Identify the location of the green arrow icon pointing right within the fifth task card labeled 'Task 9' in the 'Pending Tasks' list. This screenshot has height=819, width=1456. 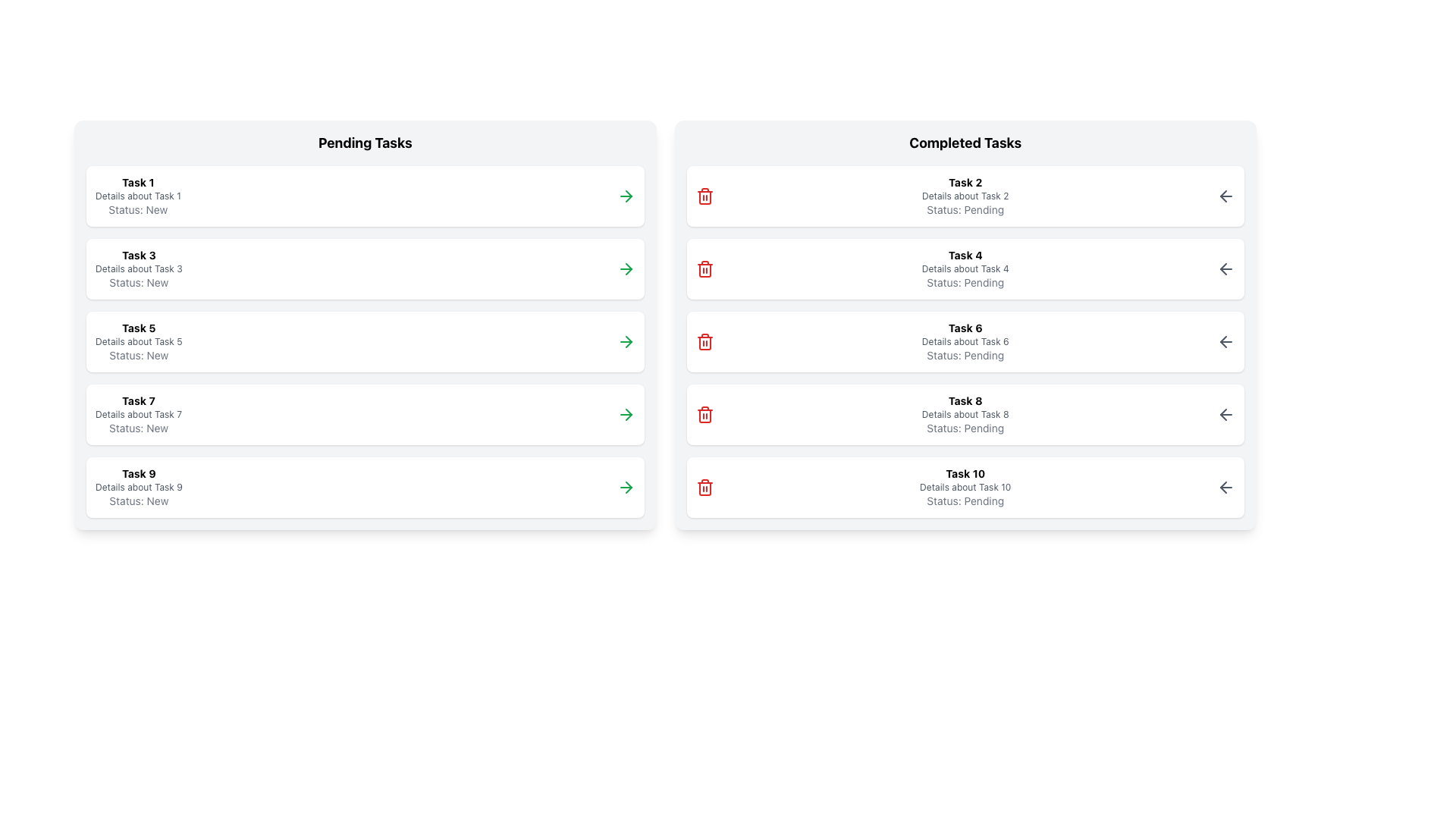
(629, 415).